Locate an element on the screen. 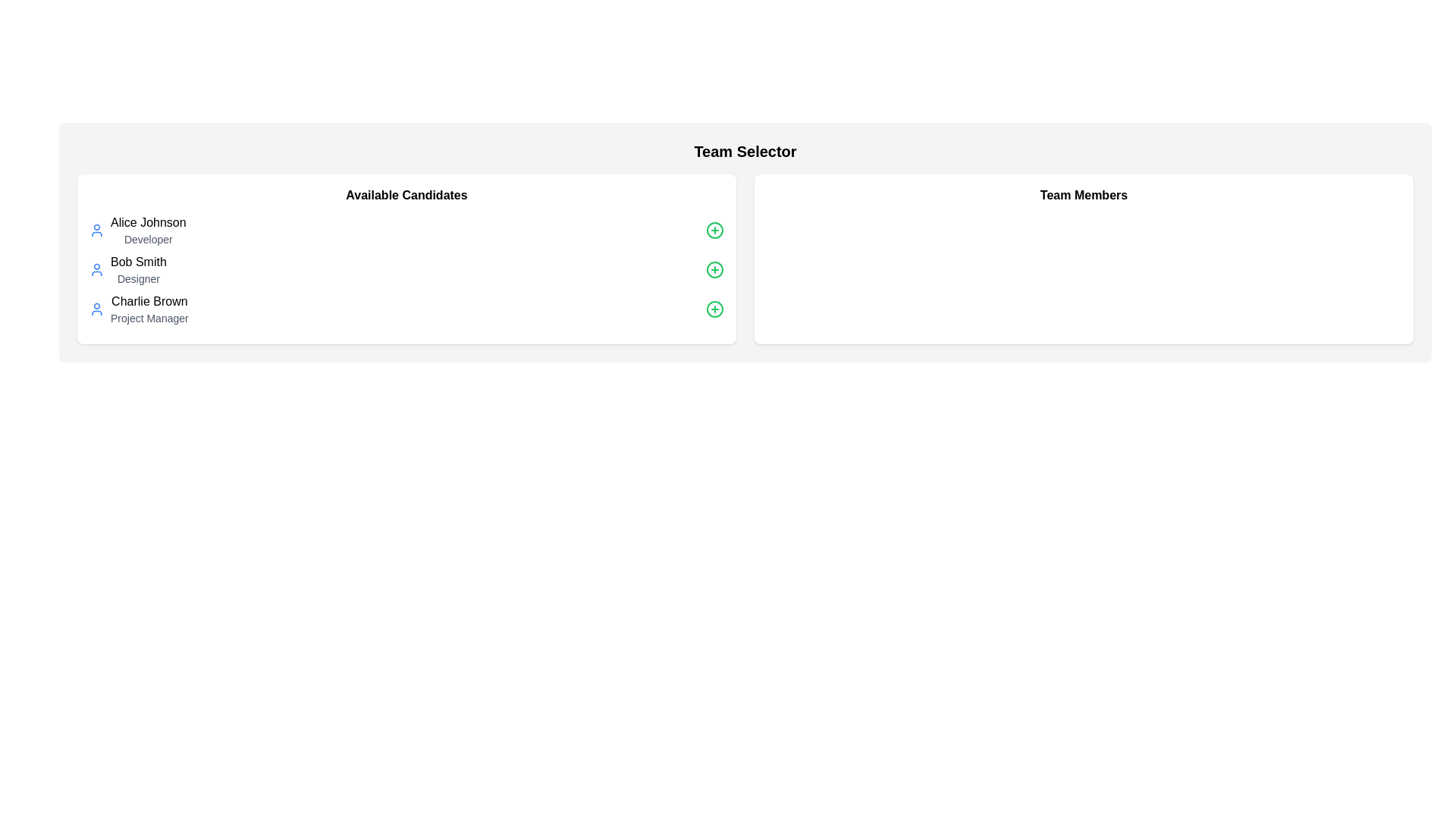  text from the Text Label displaying 'Bob Smith', positioned as the second entry in the 'Available Candidates' section is located at coordinates (138, 262).